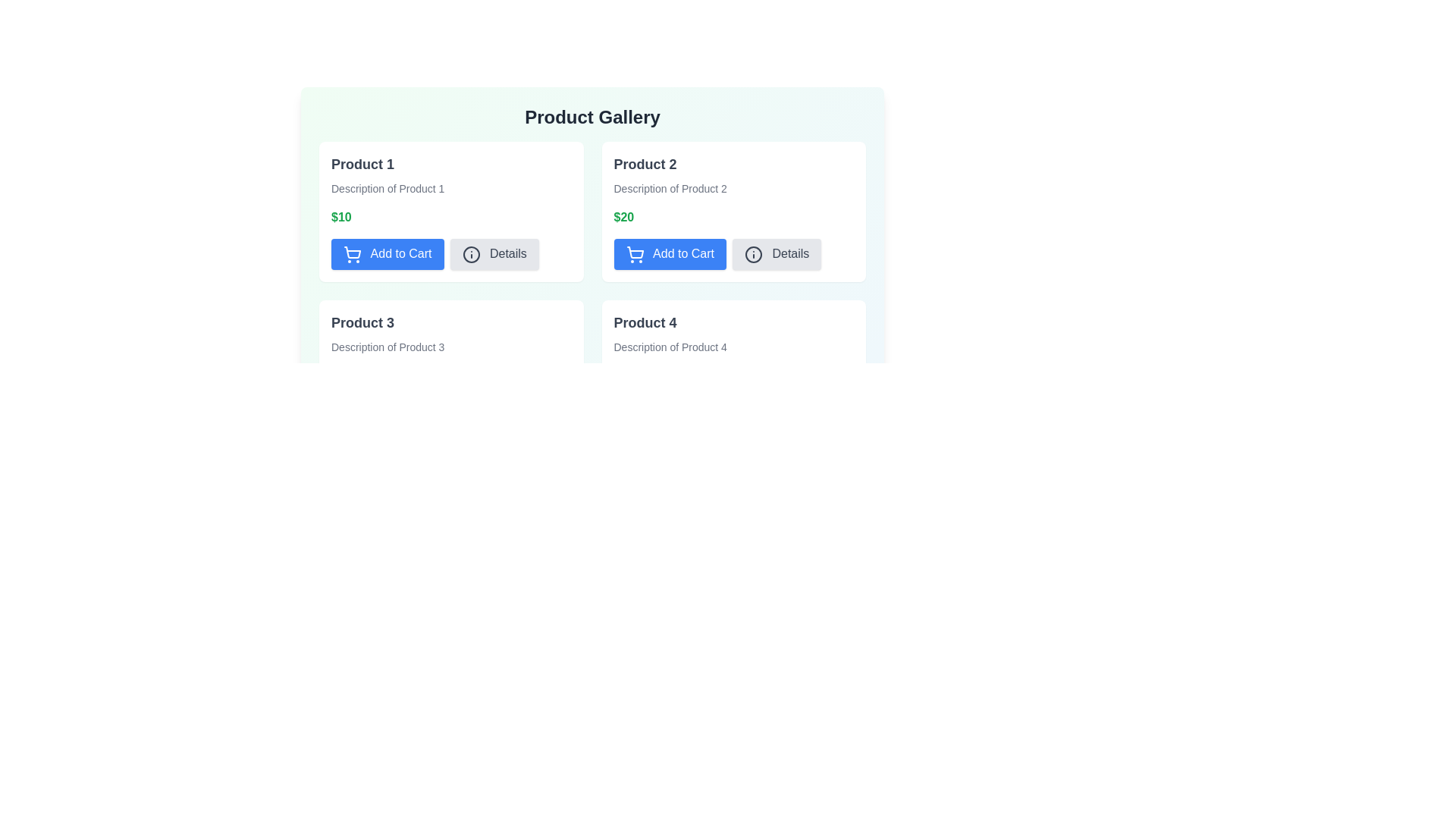 This screenshot has width=1456, height=819. Describe the element at coordinates (470, 253) in the screenshot. I see `the informational SVG-based icon located to the left of the 'Details' text within the gray 'Details' button, which is situated to the right of the blue 'Add to Cart' button` at that location.